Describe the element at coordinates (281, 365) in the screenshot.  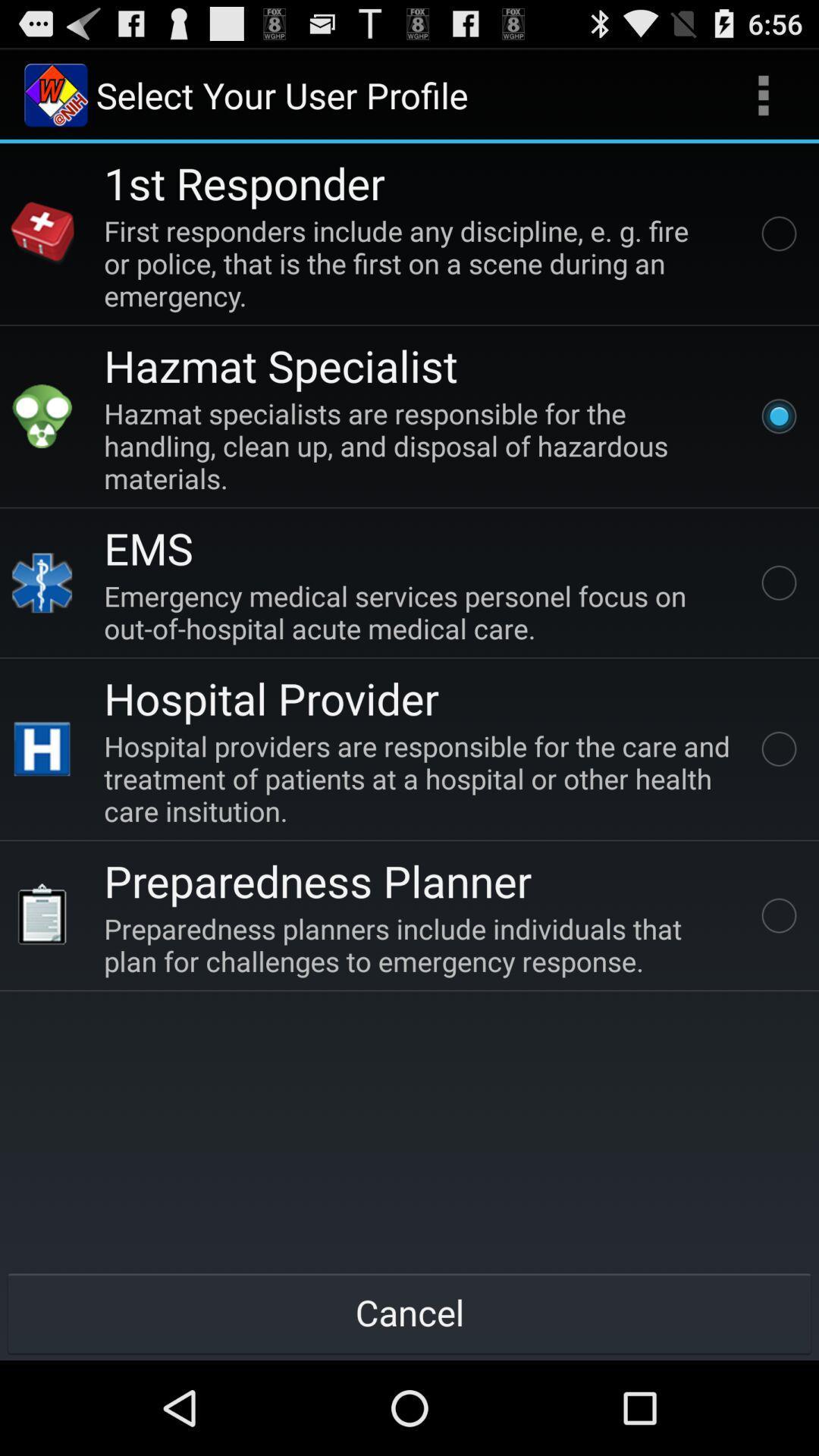
I see `app below the first responders include item` at that location.